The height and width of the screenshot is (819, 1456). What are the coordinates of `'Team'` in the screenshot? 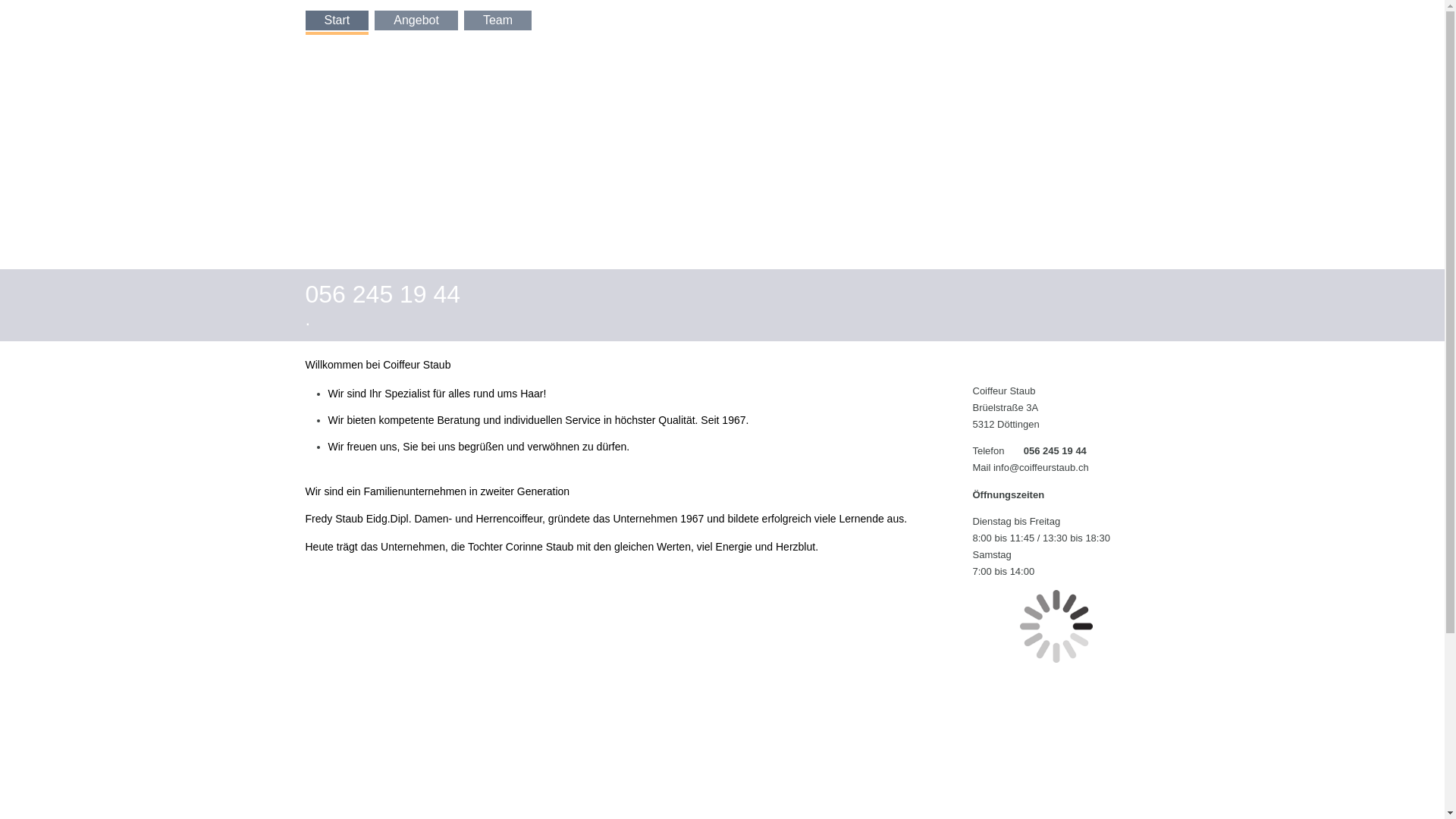 It's located at (497, 20).